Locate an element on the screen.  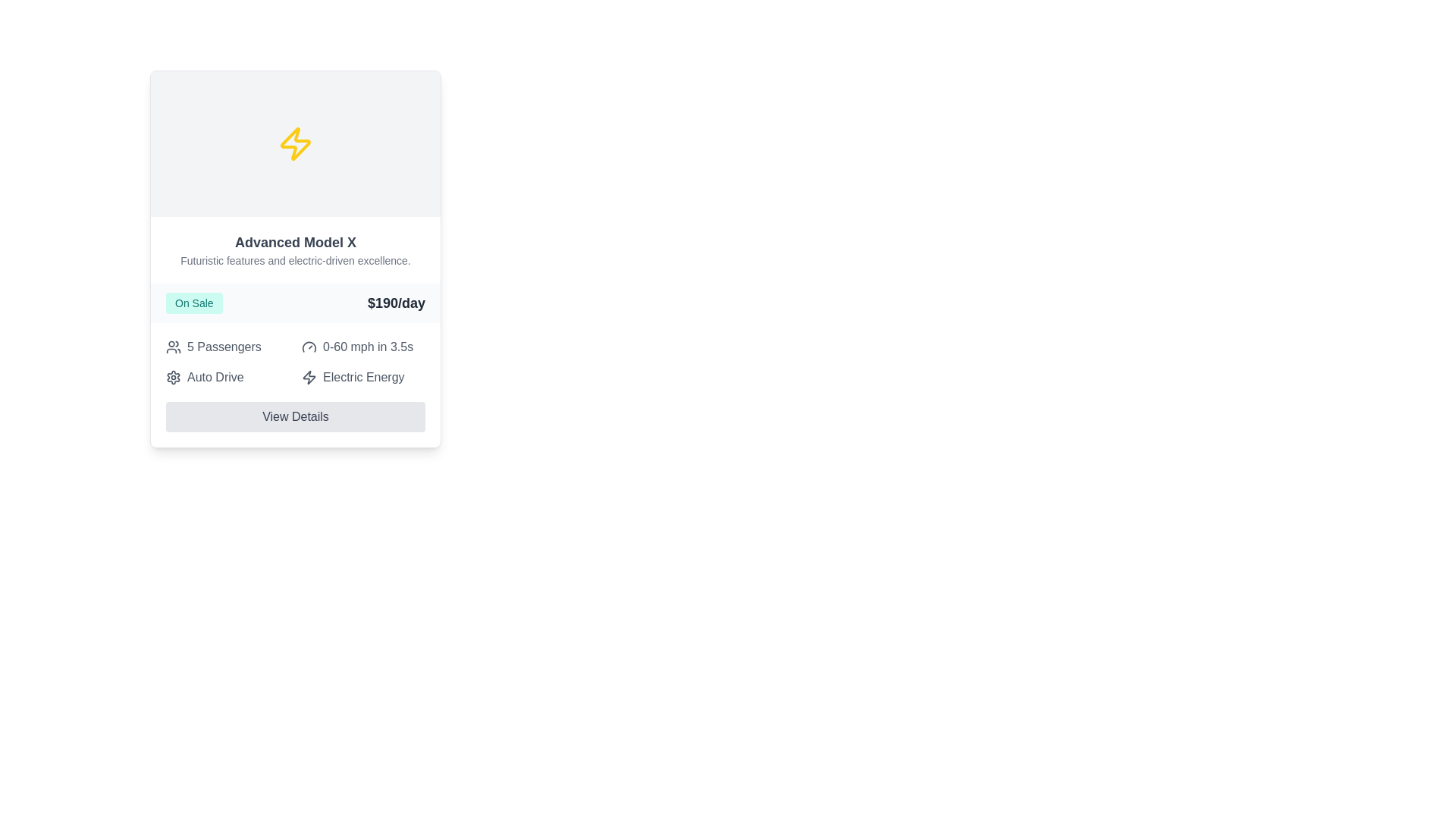
the Settings icon, which resembles a gear and is located before the 'Auto Drive' text in the lower section of the card component is located at coordinates (174, 376).